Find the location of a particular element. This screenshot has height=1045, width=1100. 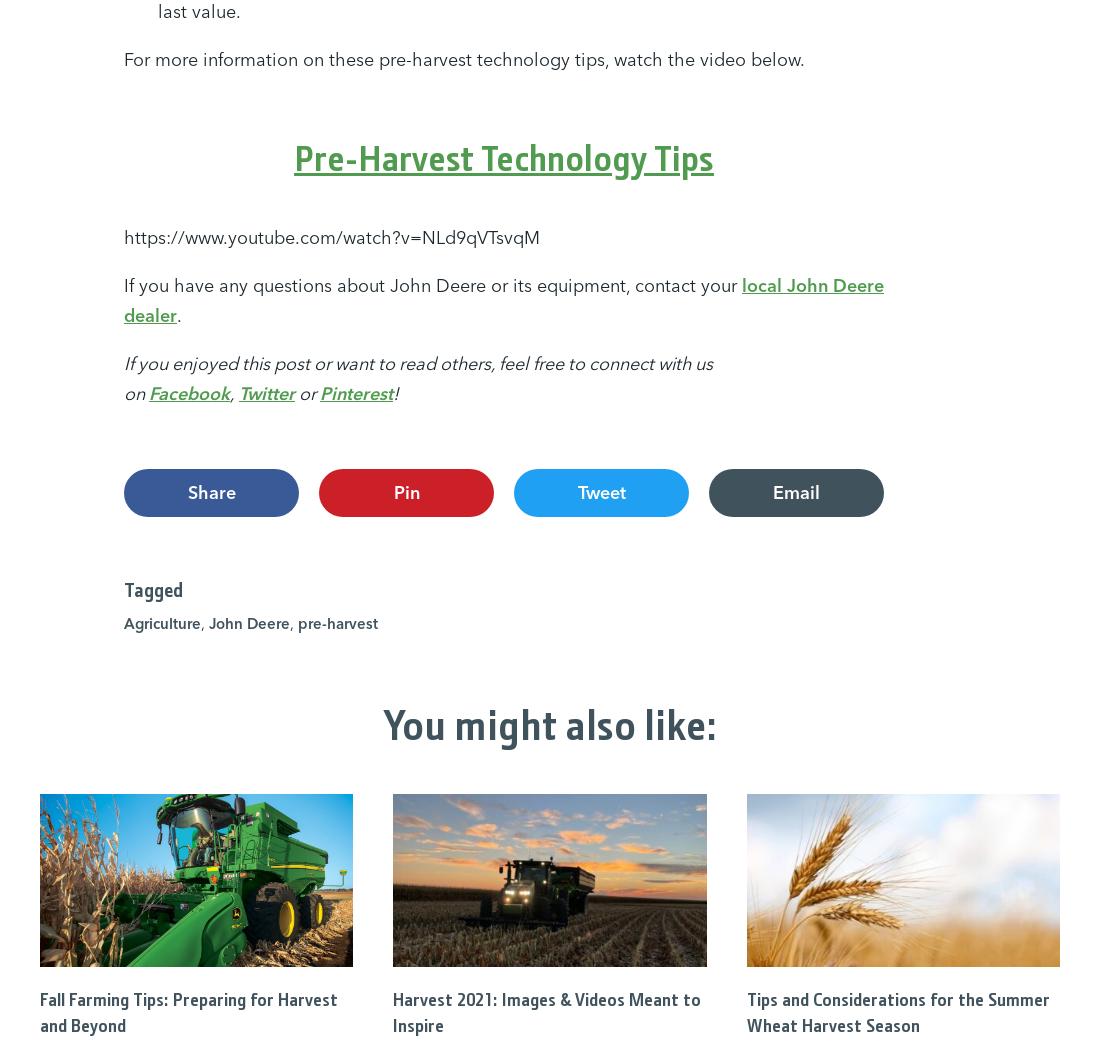

'Tweet' is located at coordinates (600, 491).